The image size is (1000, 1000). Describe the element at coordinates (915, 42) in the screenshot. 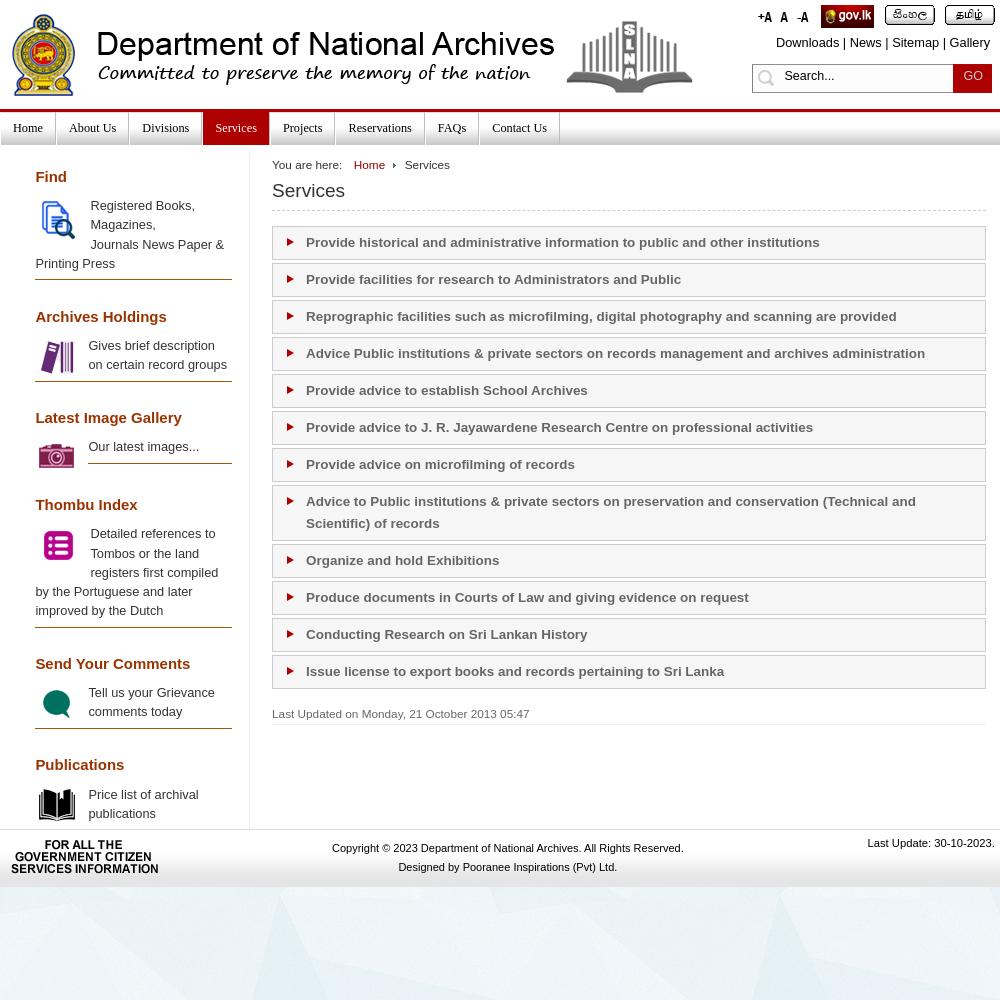

I see `'Sitemap'` at that location.